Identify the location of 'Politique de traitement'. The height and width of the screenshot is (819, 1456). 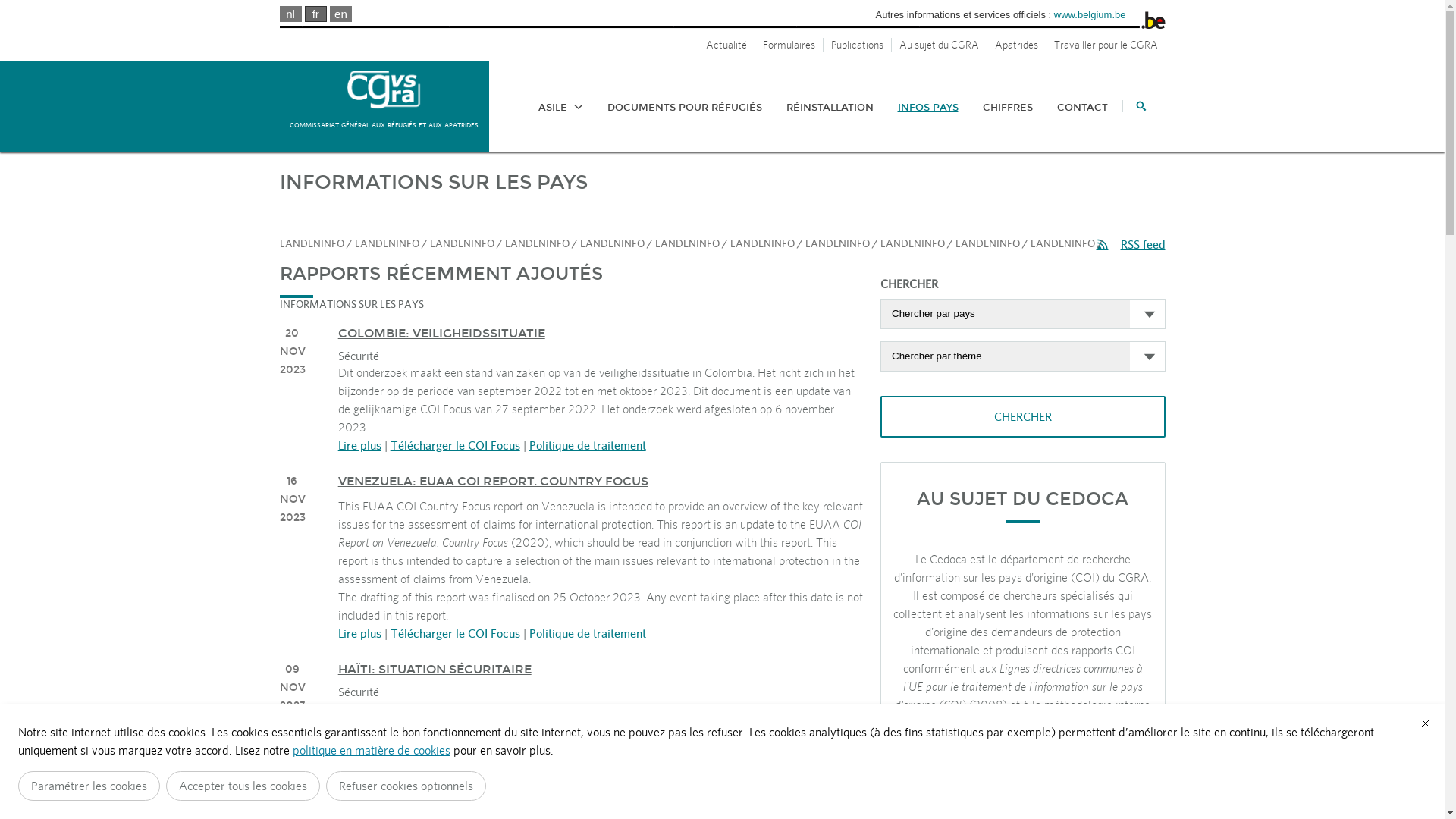
(586, 632).